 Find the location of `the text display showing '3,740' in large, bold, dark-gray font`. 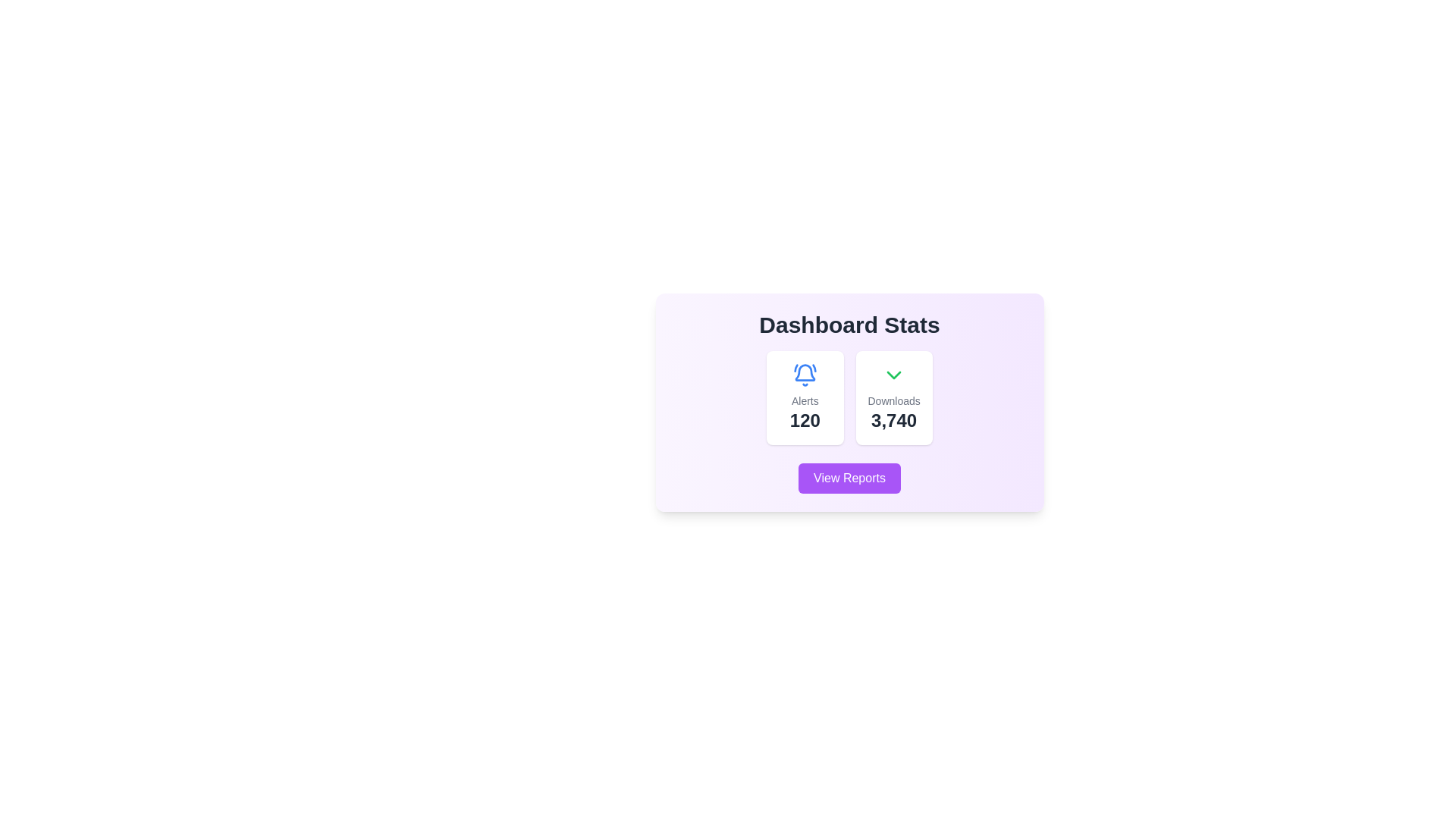

the text display showing '3,740' in large, bold, dark-gray font is located at coordinates (894, 421).